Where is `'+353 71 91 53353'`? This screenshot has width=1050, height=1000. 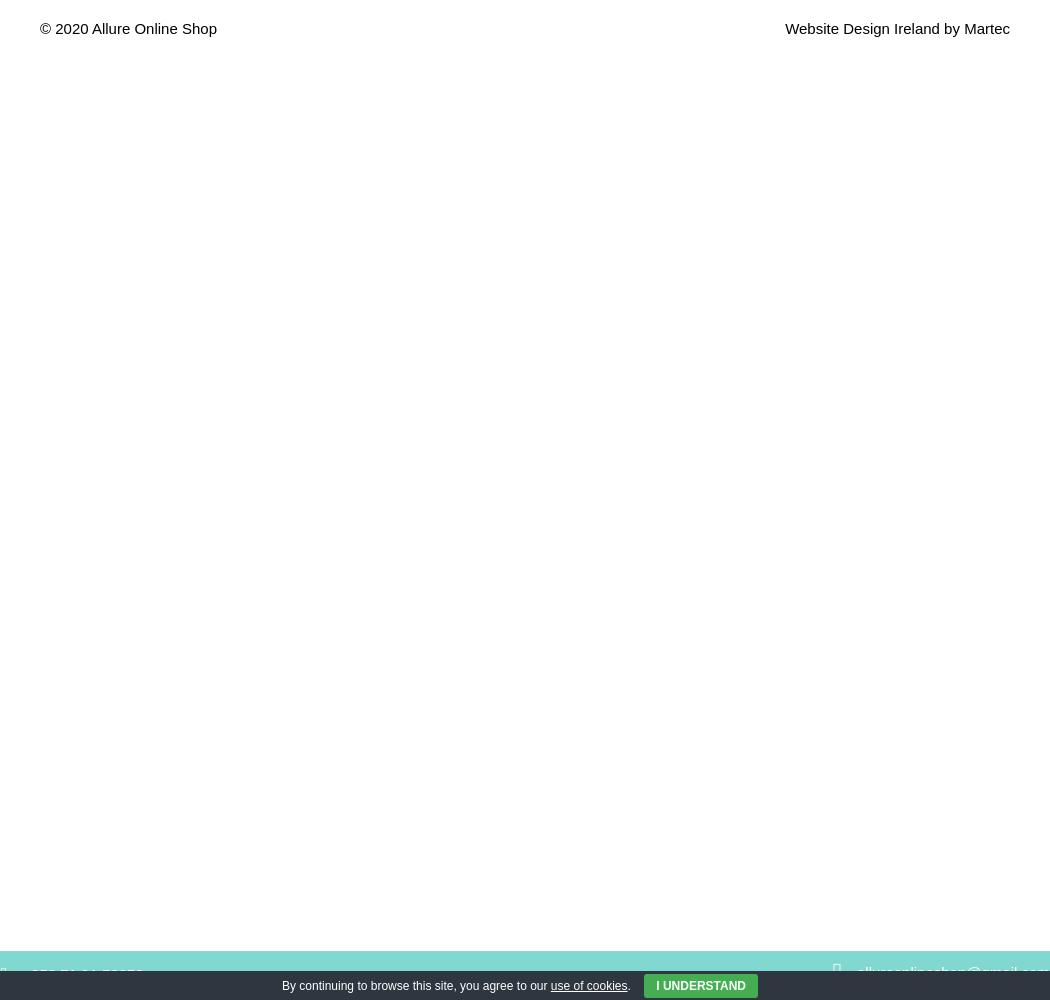
'+353 71 91 53353' is located at coordinates (82, 973).